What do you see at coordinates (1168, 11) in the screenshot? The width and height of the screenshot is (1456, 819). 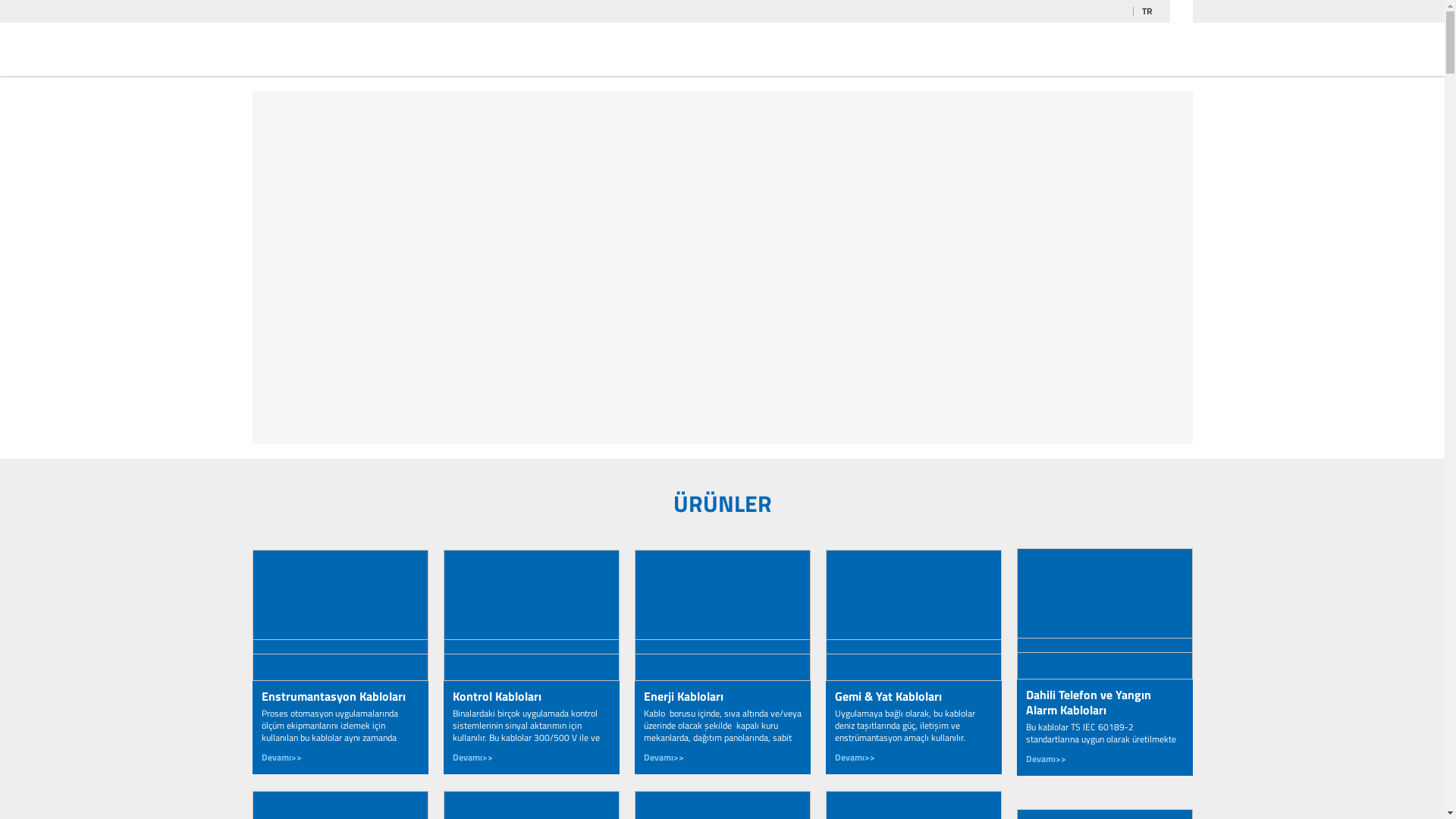 I see `'ARA'` at bounding box center [1168, 11].